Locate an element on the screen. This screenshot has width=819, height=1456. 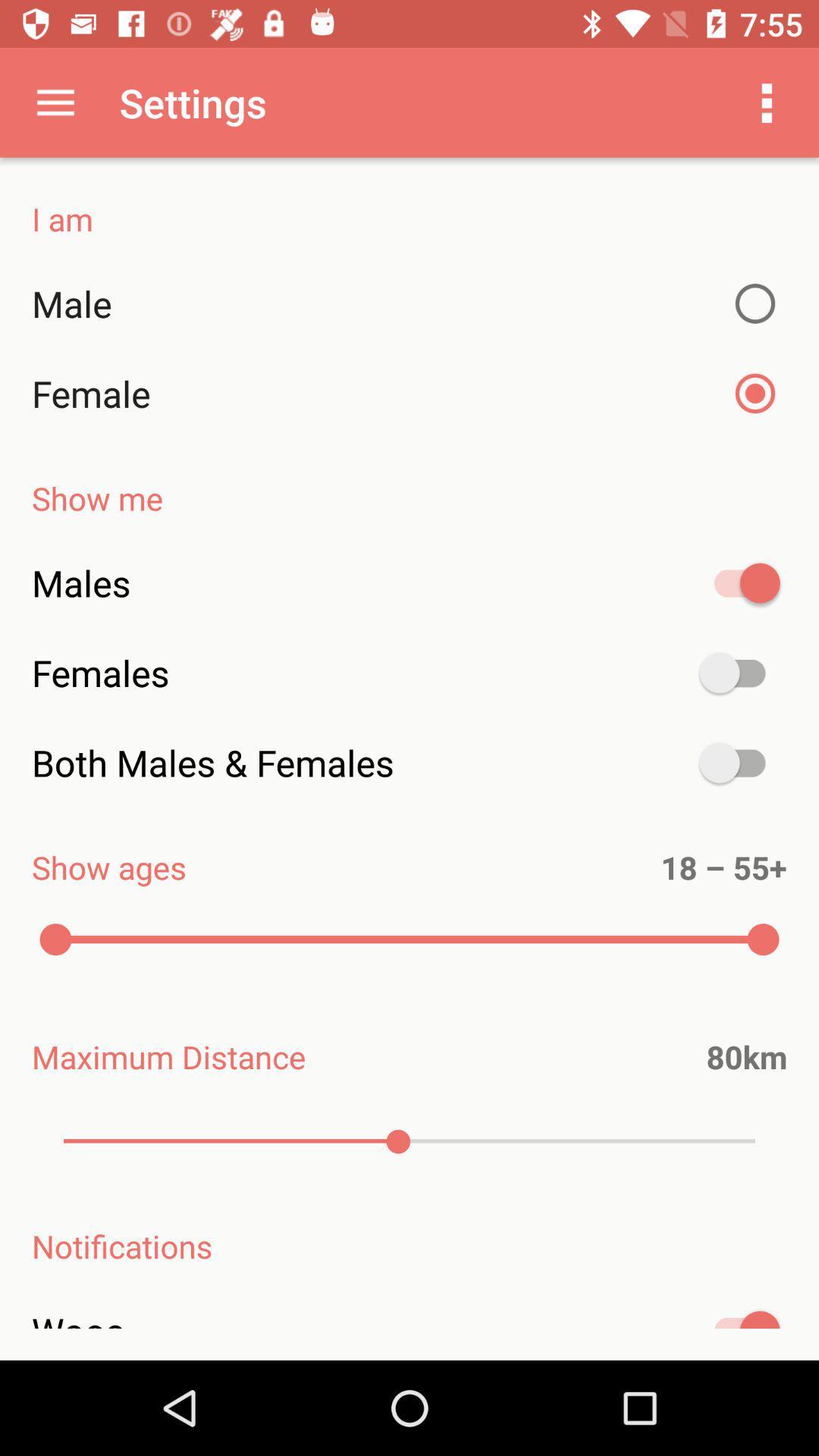
more options is located at coordinates (767, 102).